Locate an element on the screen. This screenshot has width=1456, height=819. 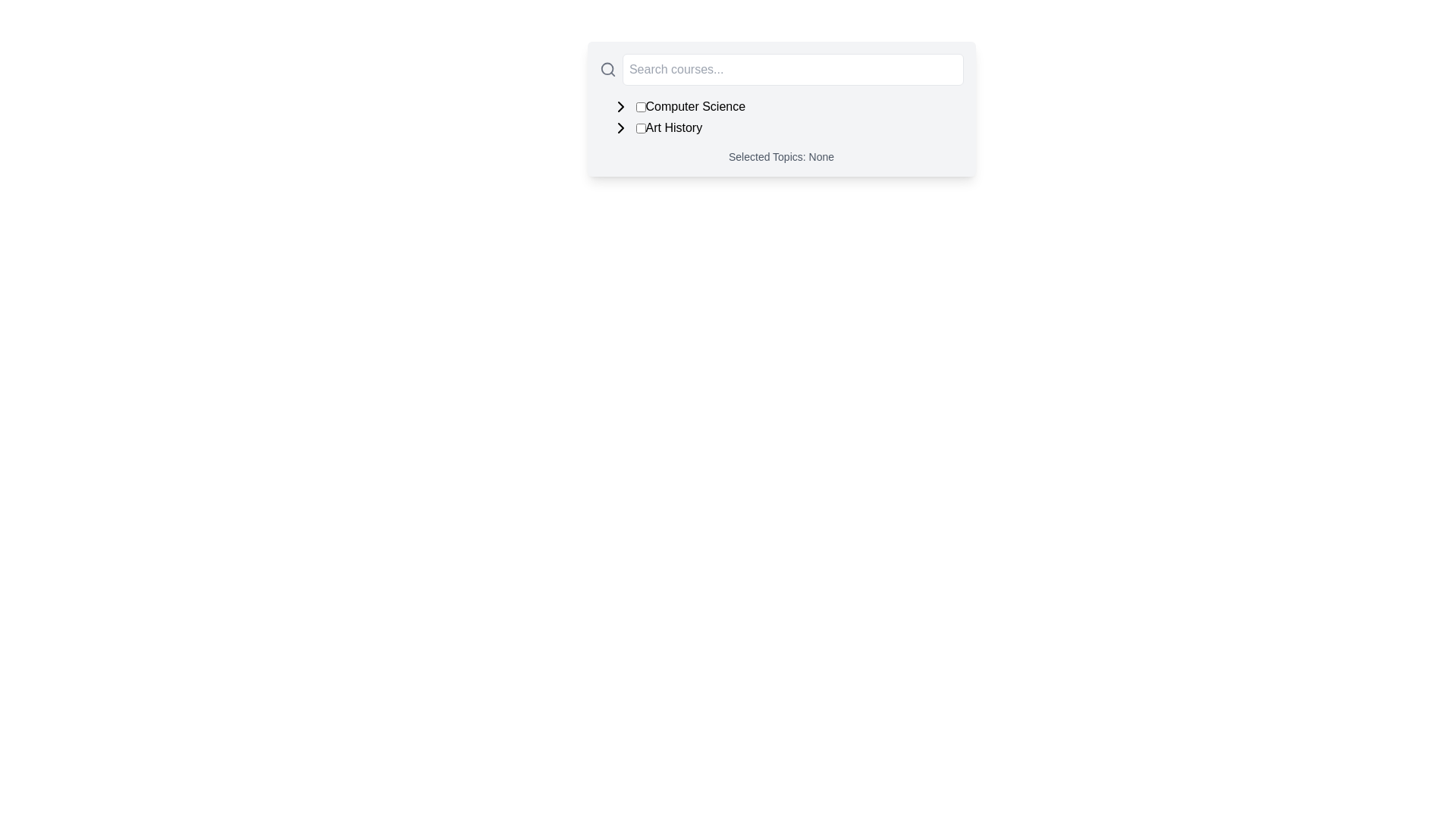
circular part of the search icon, represented by a magnifying glass, located at the top left corner of the search bar, by invoking the developer tools is located at coordinates (607, 69).